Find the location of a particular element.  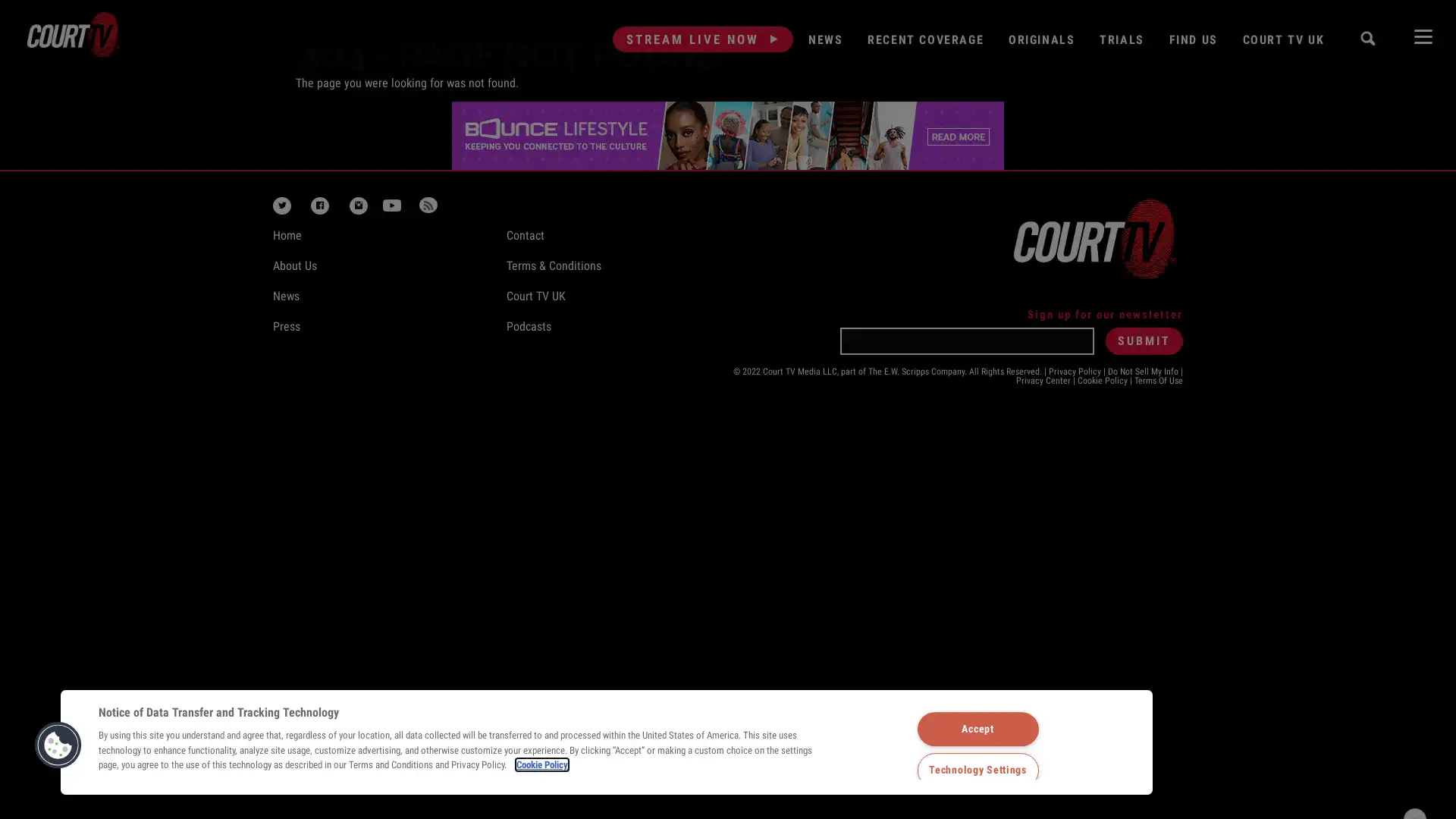

Technology Settings is located at coordinates (977, 770).